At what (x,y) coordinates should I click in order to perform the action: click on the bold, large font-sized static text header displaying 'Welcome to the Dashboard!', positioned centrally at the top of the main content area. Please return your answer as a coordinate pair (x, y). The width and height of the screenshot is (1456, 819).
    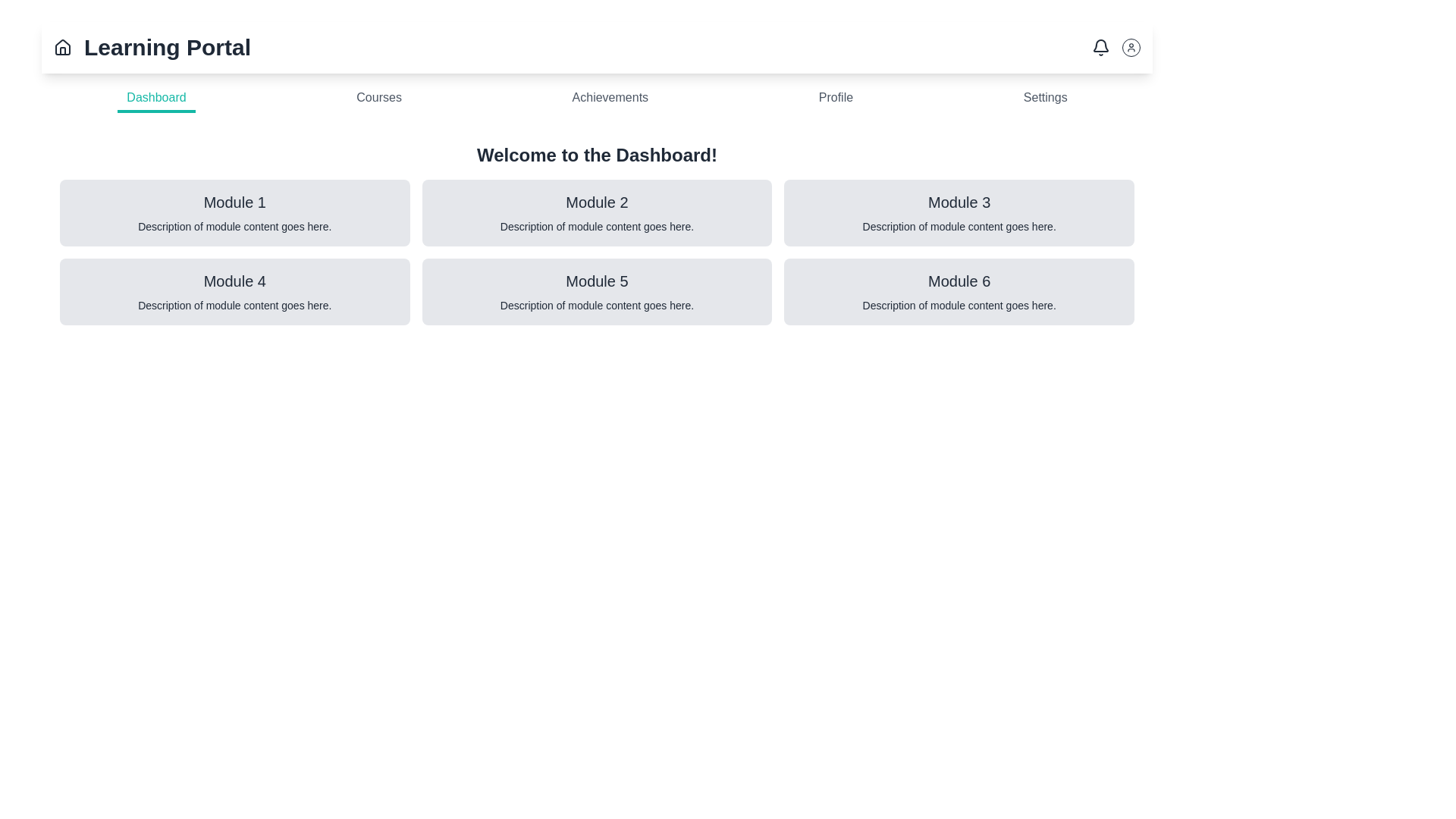
    Looking at the image, I should click on (596, 155).